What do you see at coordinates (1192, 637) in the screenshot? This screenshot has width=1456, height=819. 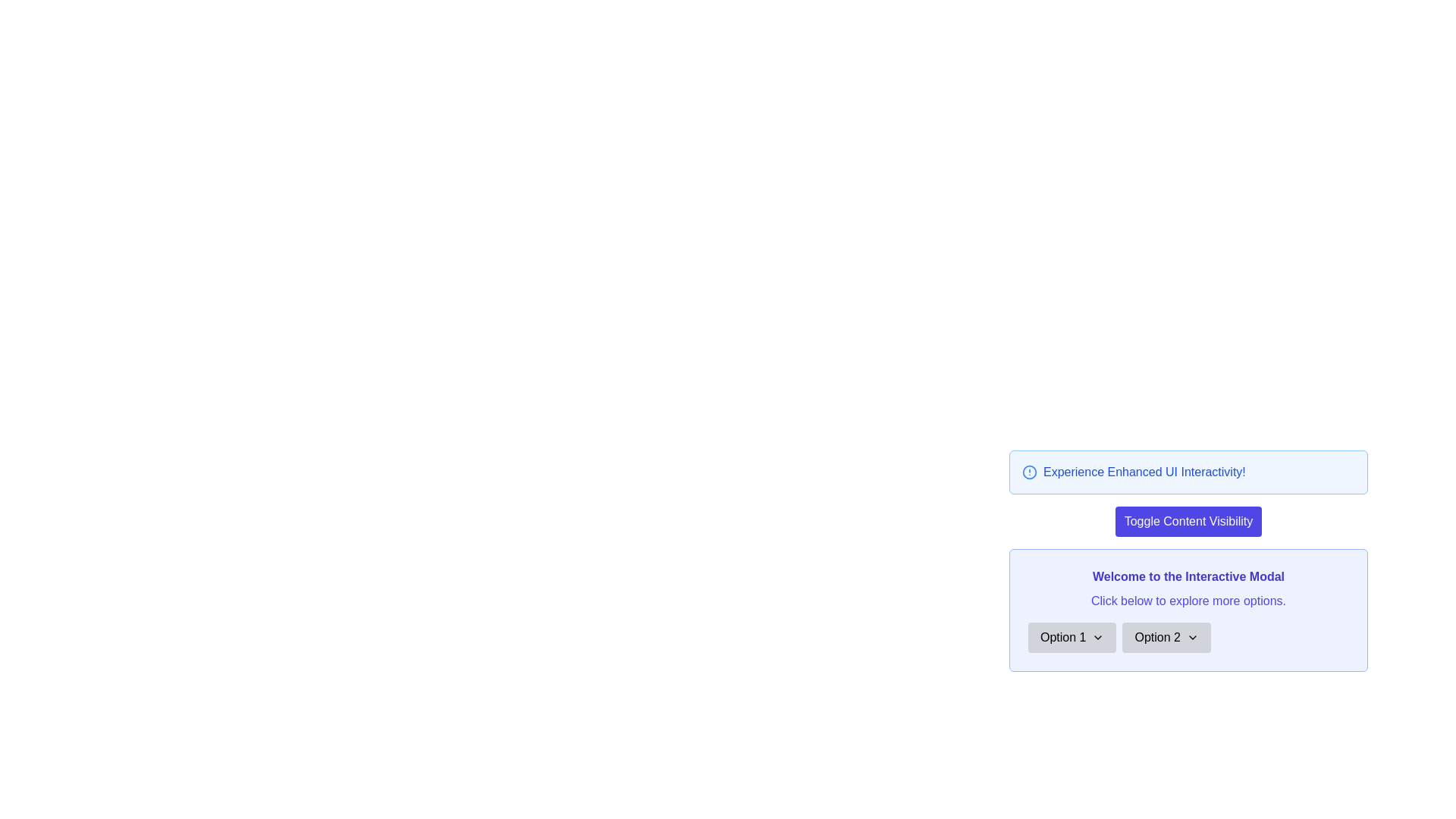 I see `the downward-facing chevron icon located to the right of the 'Option 2' button to invoke a context menu` at bounding box center [1192, 637].